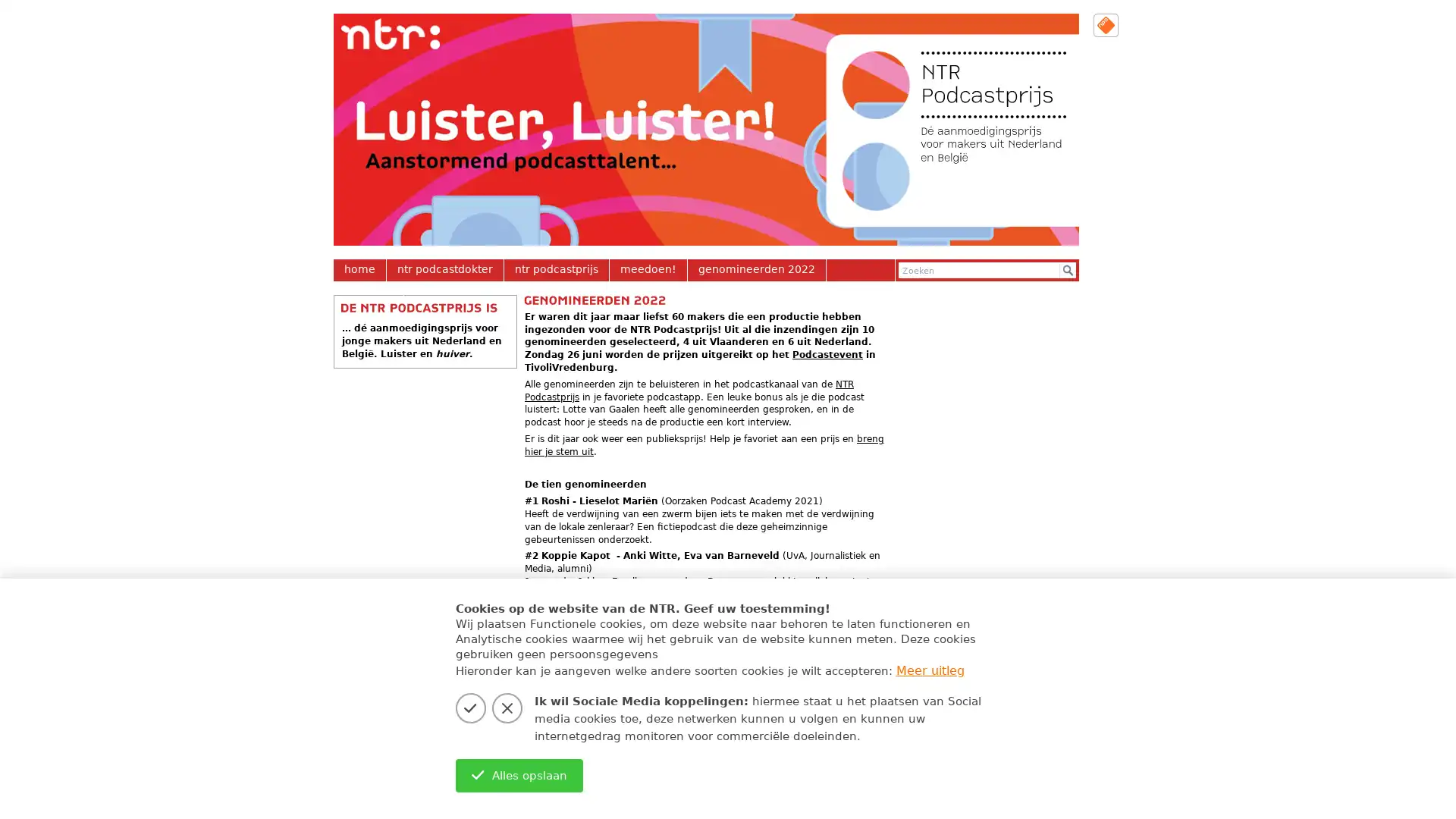 This screenshot has height=819, width=1456. What do you see at coordinates (519, 775) in the screenshot?
I see `Alles opslaan` at bounding box center [519, 775].